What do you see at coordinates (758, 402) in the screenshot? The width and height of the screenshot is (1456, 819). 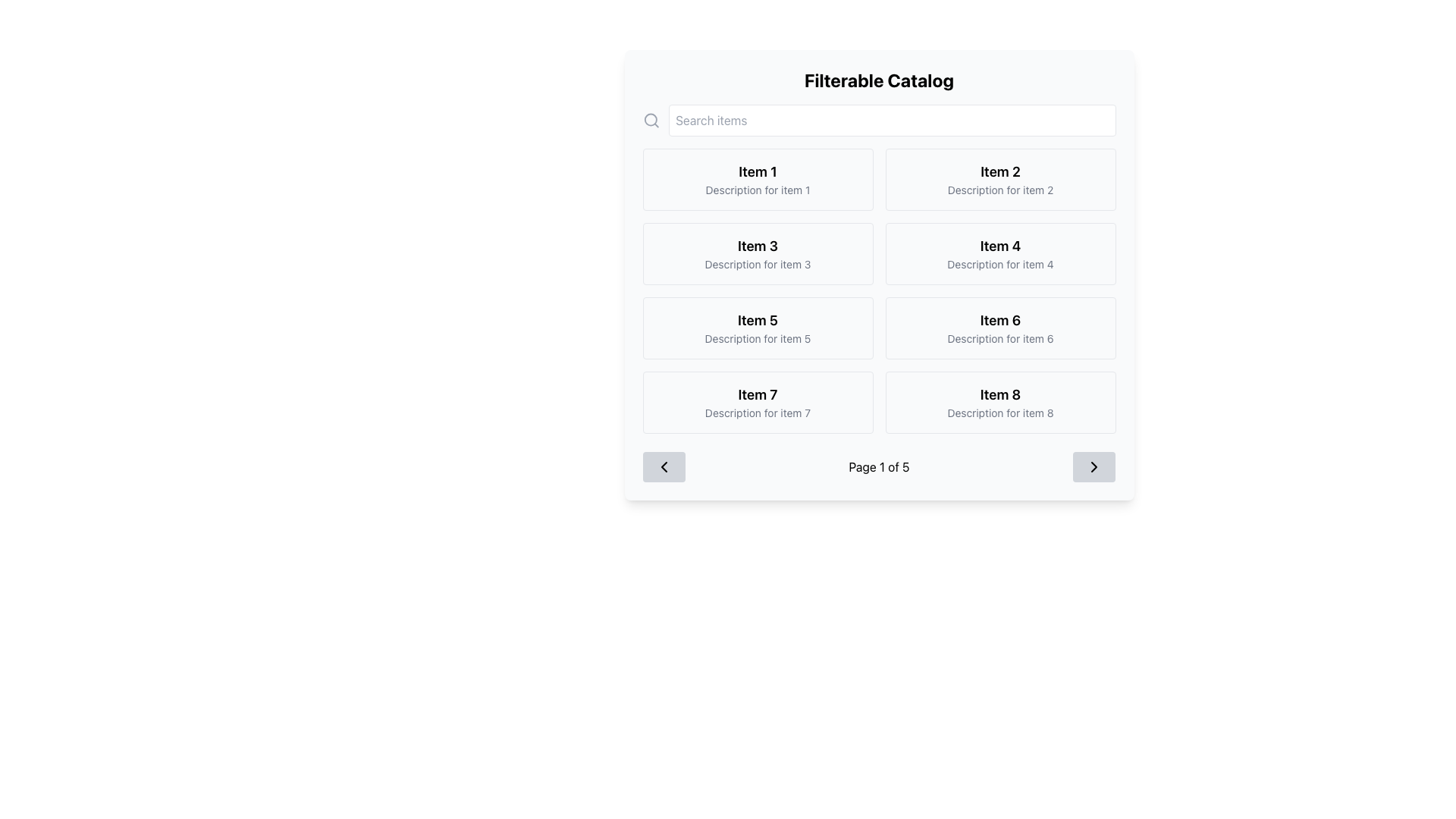 I see `the rectangular tile displaying 'Item 7' and its description` at bounding box center [758, 402].